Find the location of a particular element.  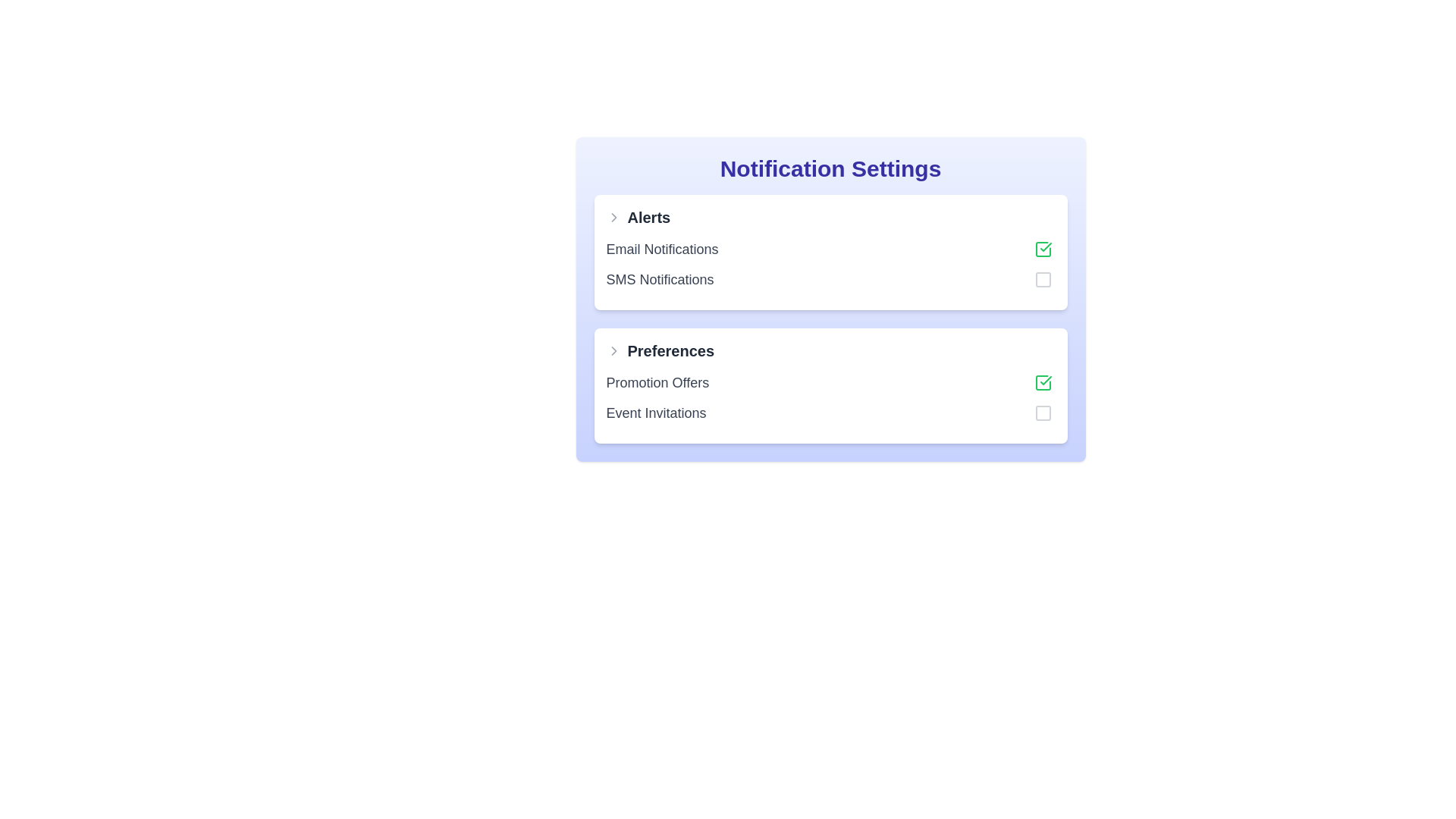

the chevron icon positioned to the left of the 'Preferences' text in the 'Notification Settings' section is located at coordinates (613, 350).